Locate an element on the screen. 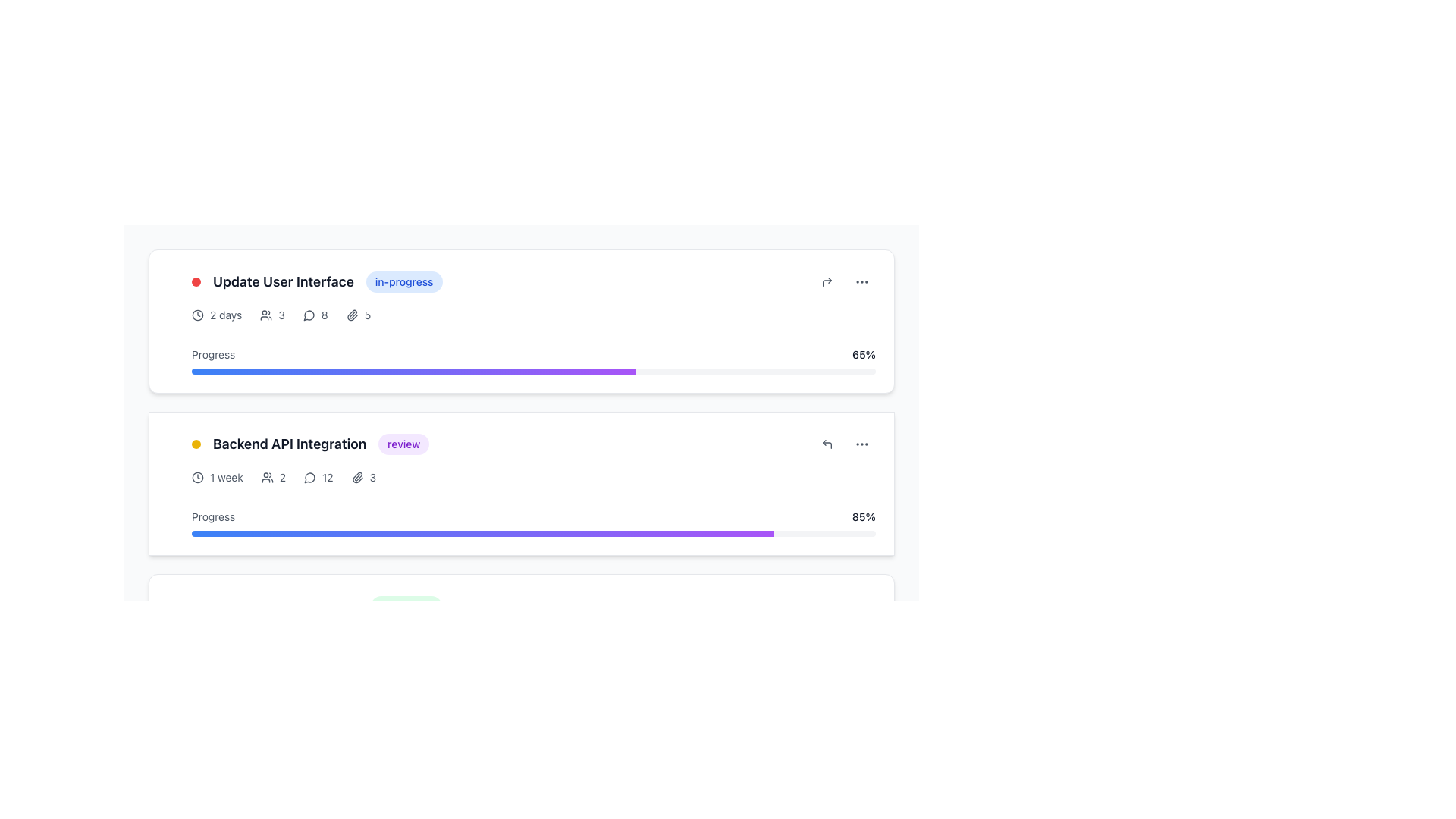  the visual appearance of the paperclip icon representing a file attachment, located beside the number '3' in the 'Backend API Integration' section is located at coordinates (356, 476).